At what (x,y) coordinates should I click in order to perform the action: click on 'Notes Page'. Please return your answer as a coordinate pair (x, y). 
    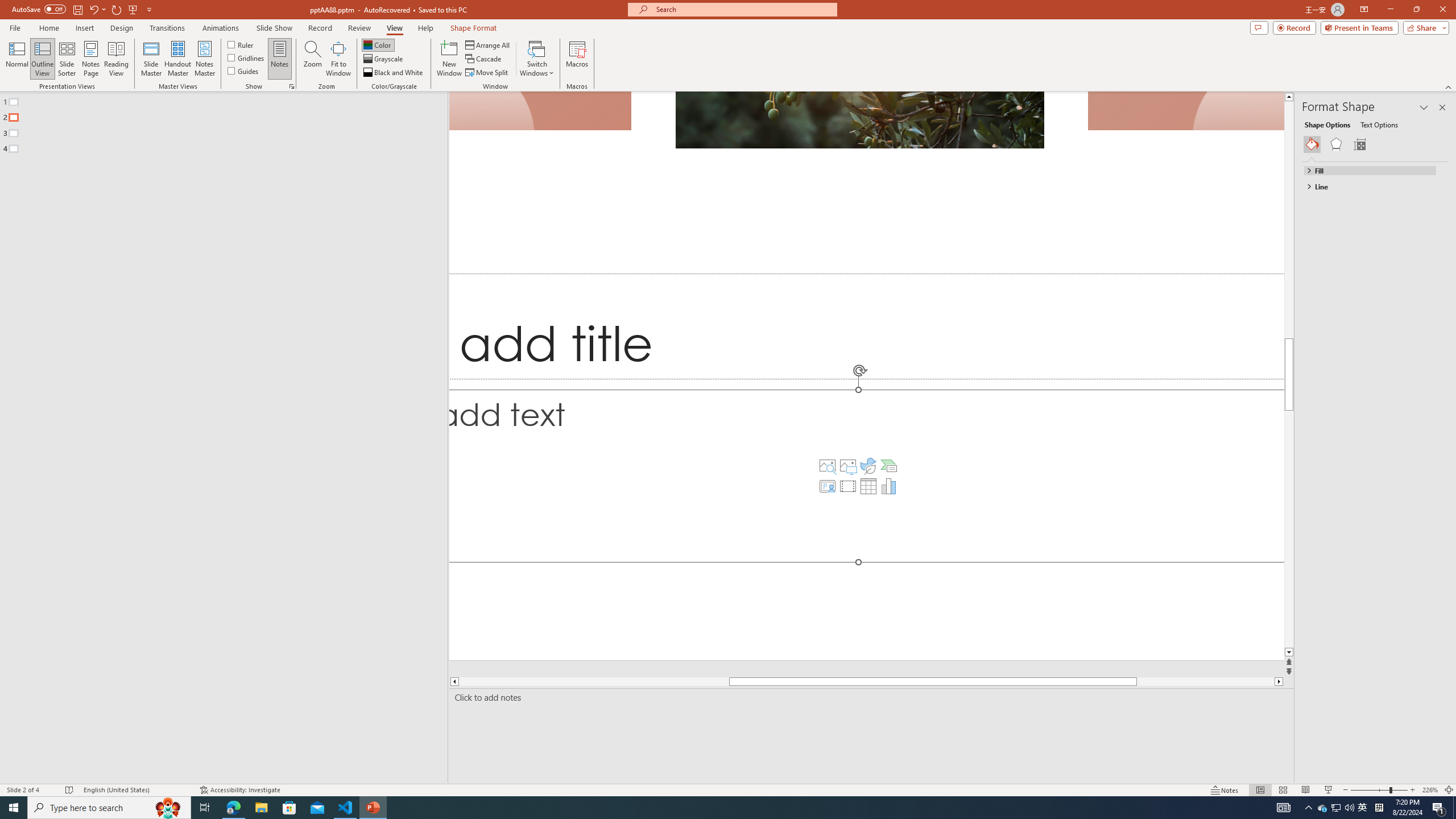
    Looking at the image, I should click on (90, 59).